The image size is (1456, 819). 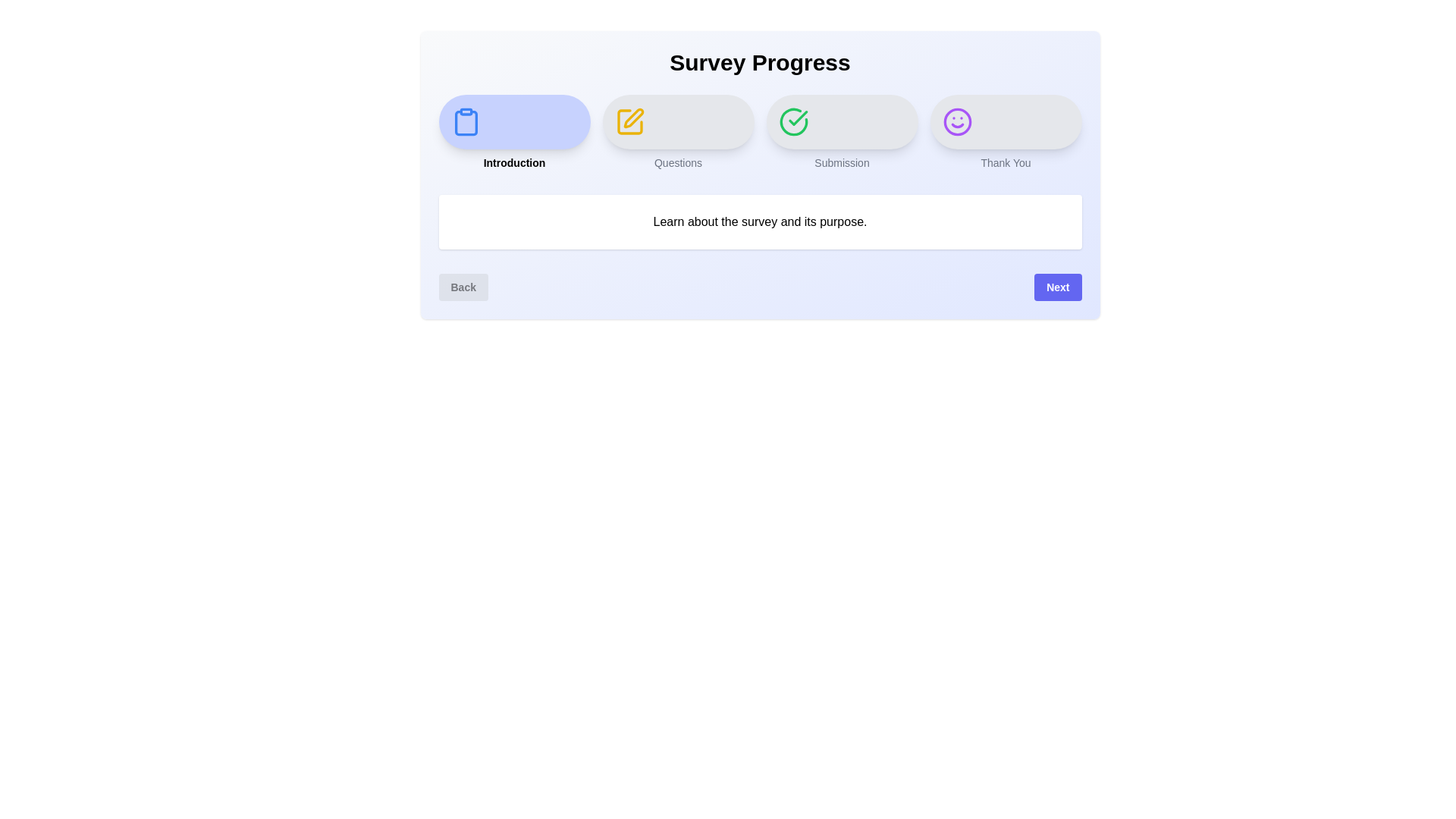 I want to click on the icon representing the Submission step to inspect its appearance, so click(x=792, y=121).